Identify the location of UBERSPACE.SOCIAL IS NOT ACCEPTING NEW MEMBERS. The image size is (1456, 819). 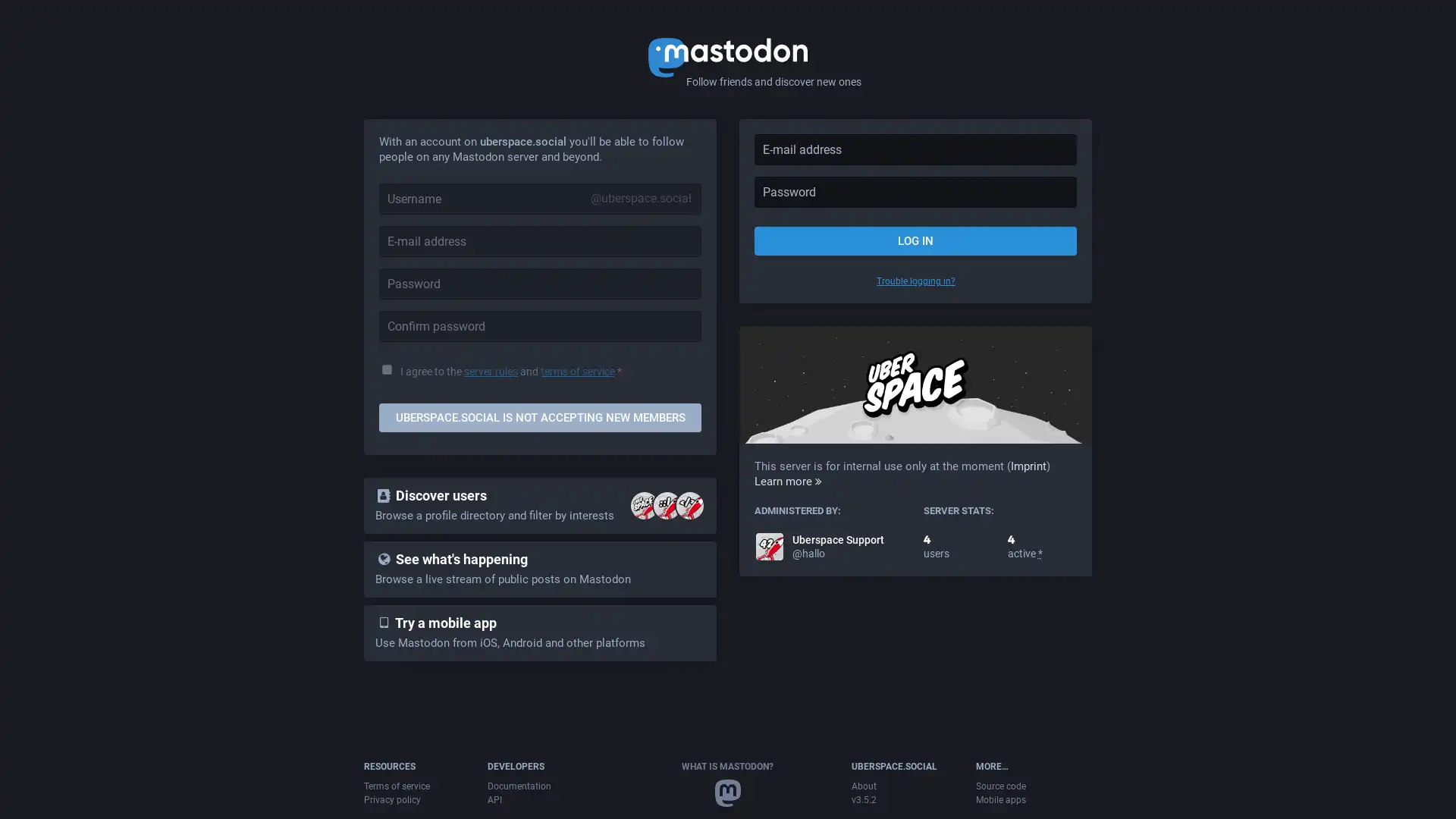
(540, 418).